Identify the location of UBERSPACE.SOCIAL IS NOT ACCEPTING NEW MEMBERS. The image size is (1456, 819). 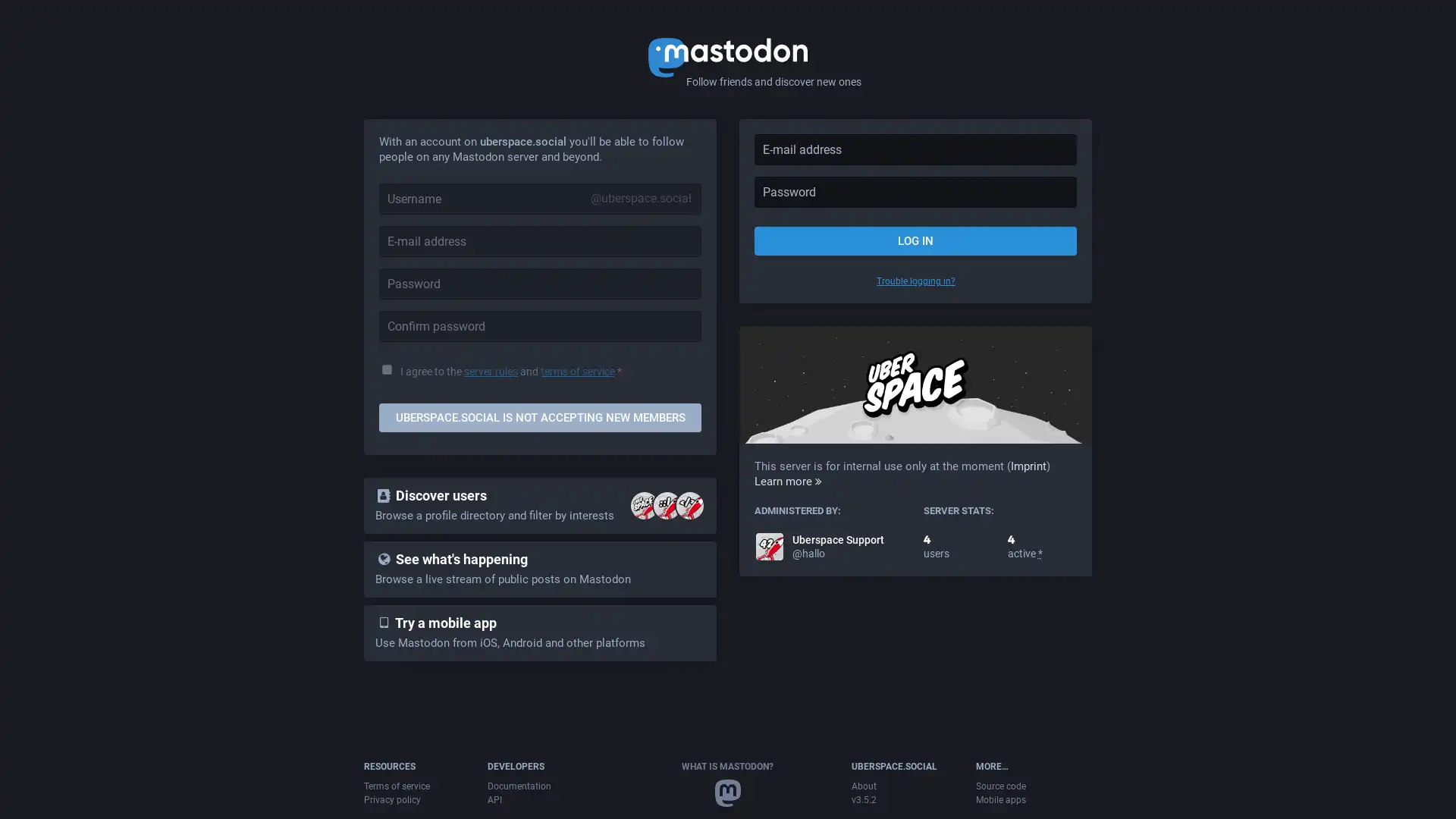
(540, 418).